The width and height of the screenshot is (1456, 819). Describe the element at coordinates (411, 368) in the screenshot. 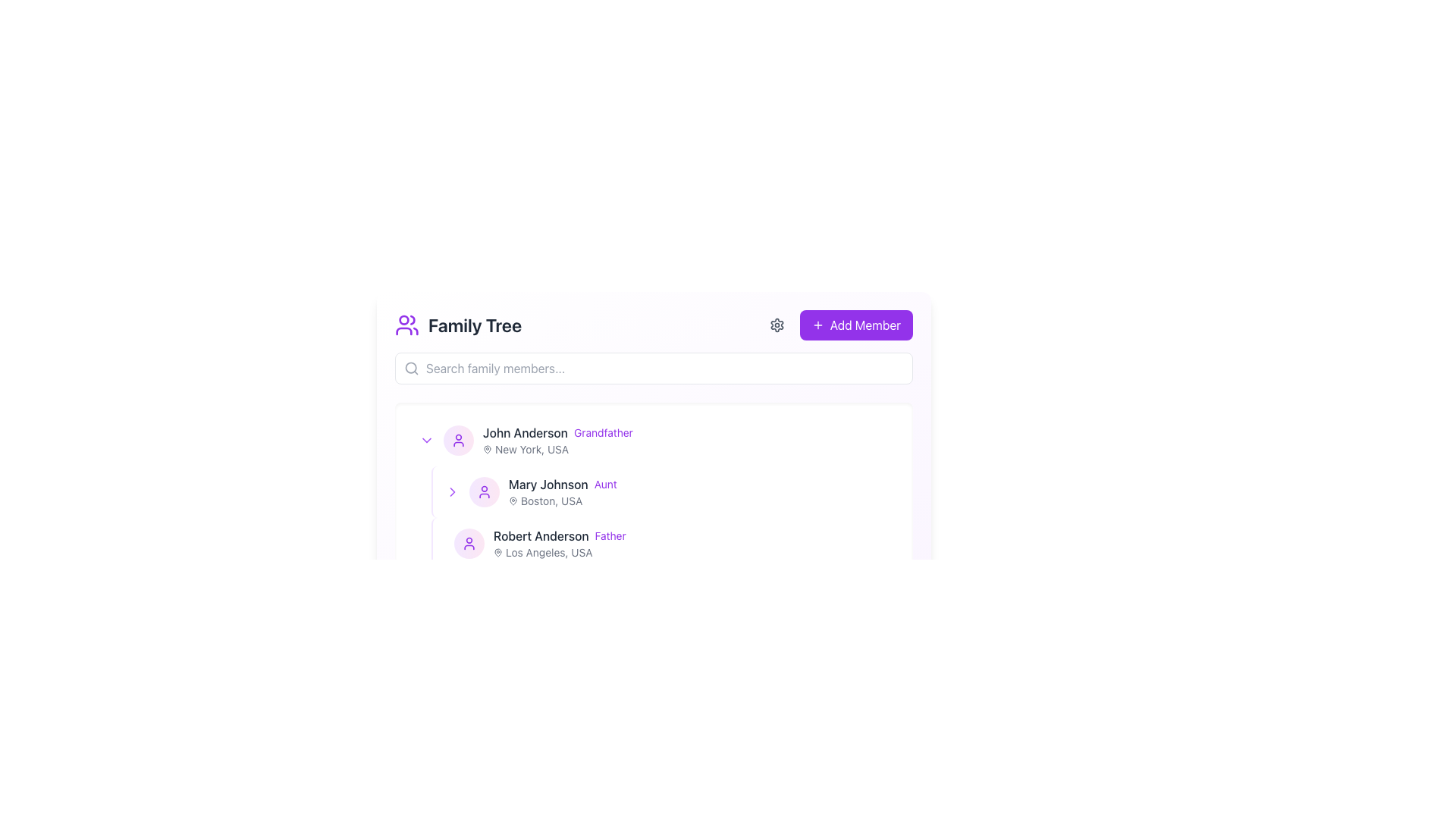

I see `the inner circular component of the magnifying glass icon to trigger a search-related action` at that location.